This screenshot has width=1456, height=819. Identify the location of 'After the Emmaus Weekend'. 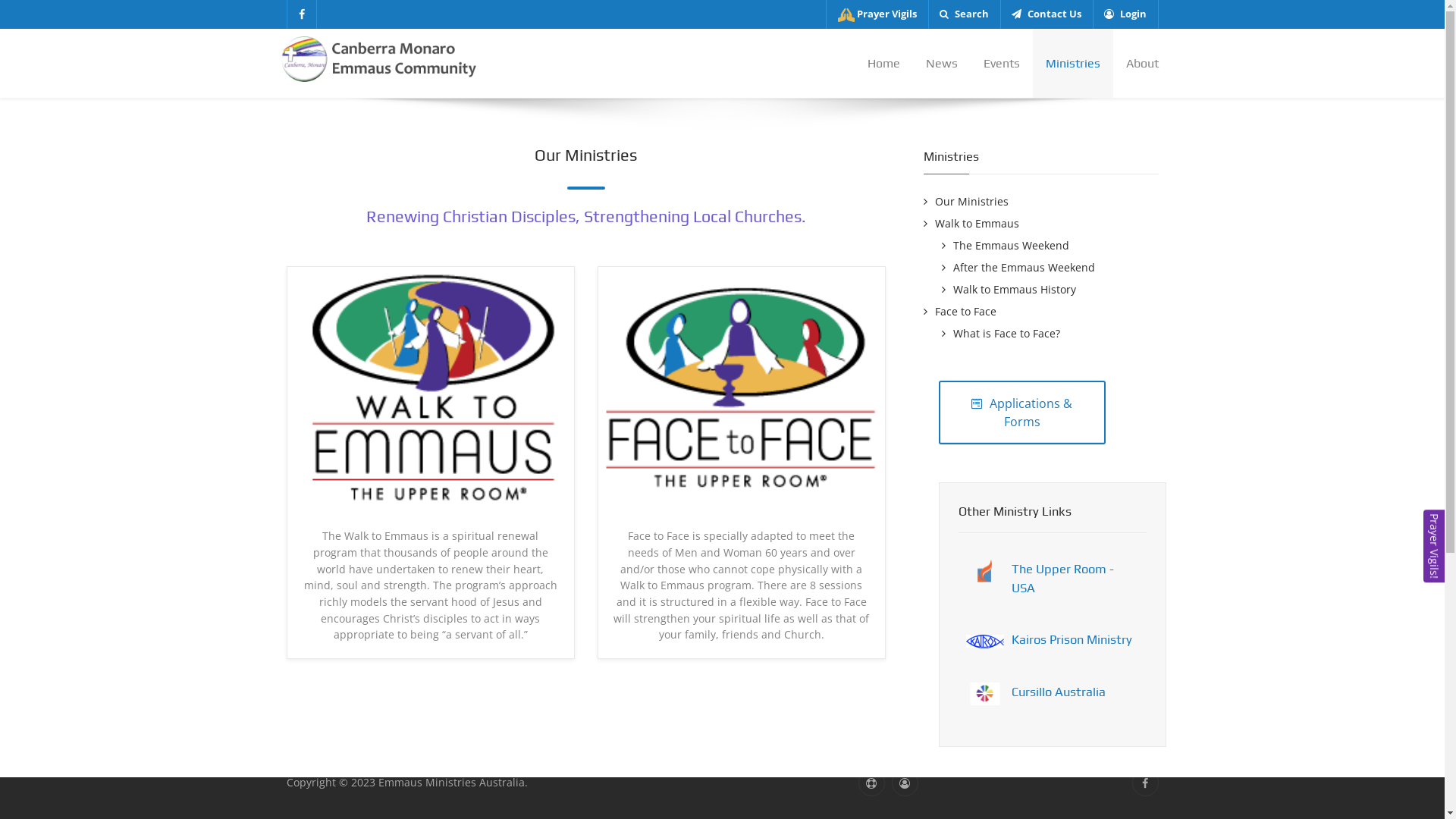
(1018, 266).